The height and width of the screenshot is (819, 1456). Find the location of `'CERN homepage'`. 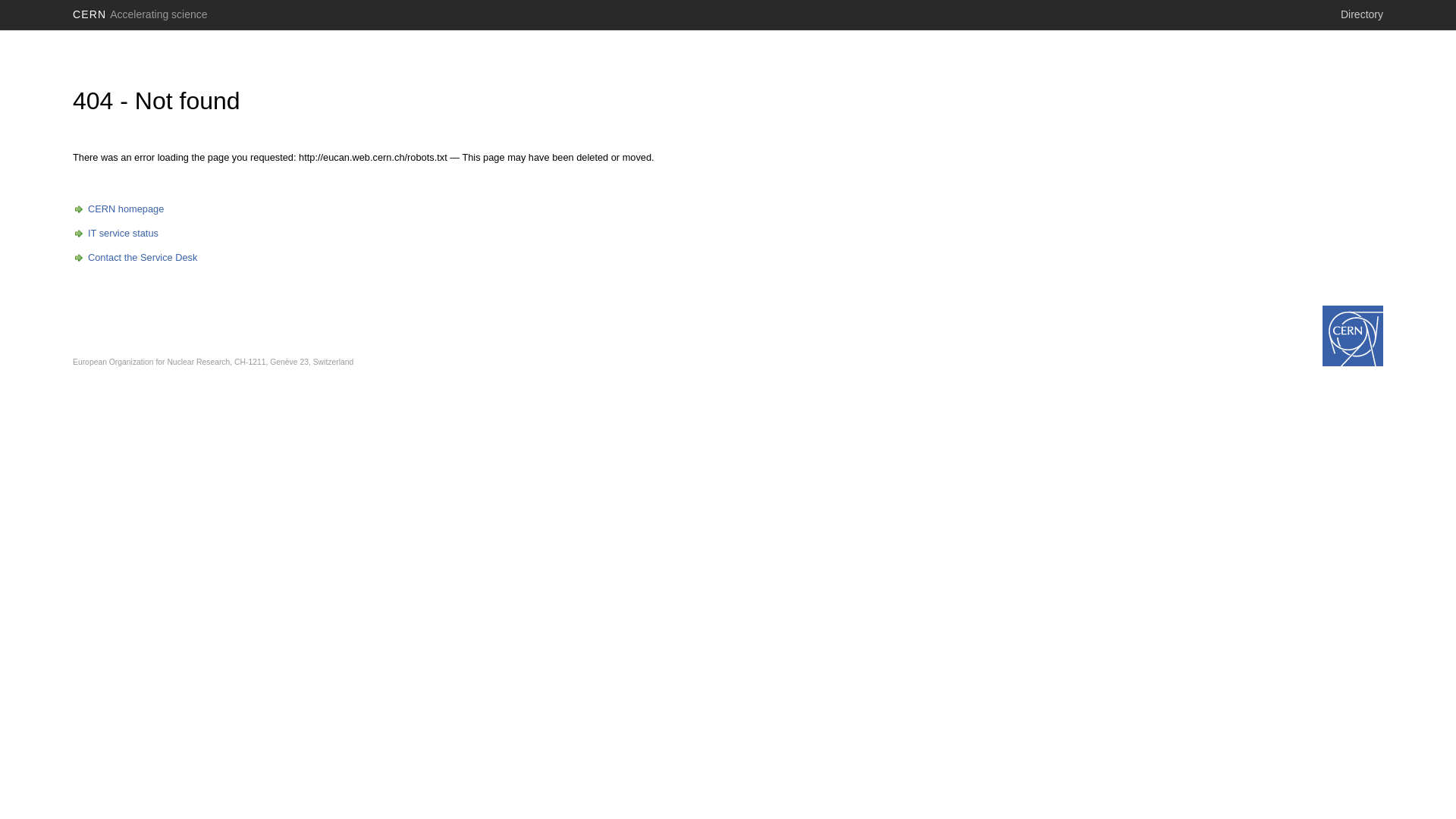

'CERN homepage' is located at coordinates (72, 209).